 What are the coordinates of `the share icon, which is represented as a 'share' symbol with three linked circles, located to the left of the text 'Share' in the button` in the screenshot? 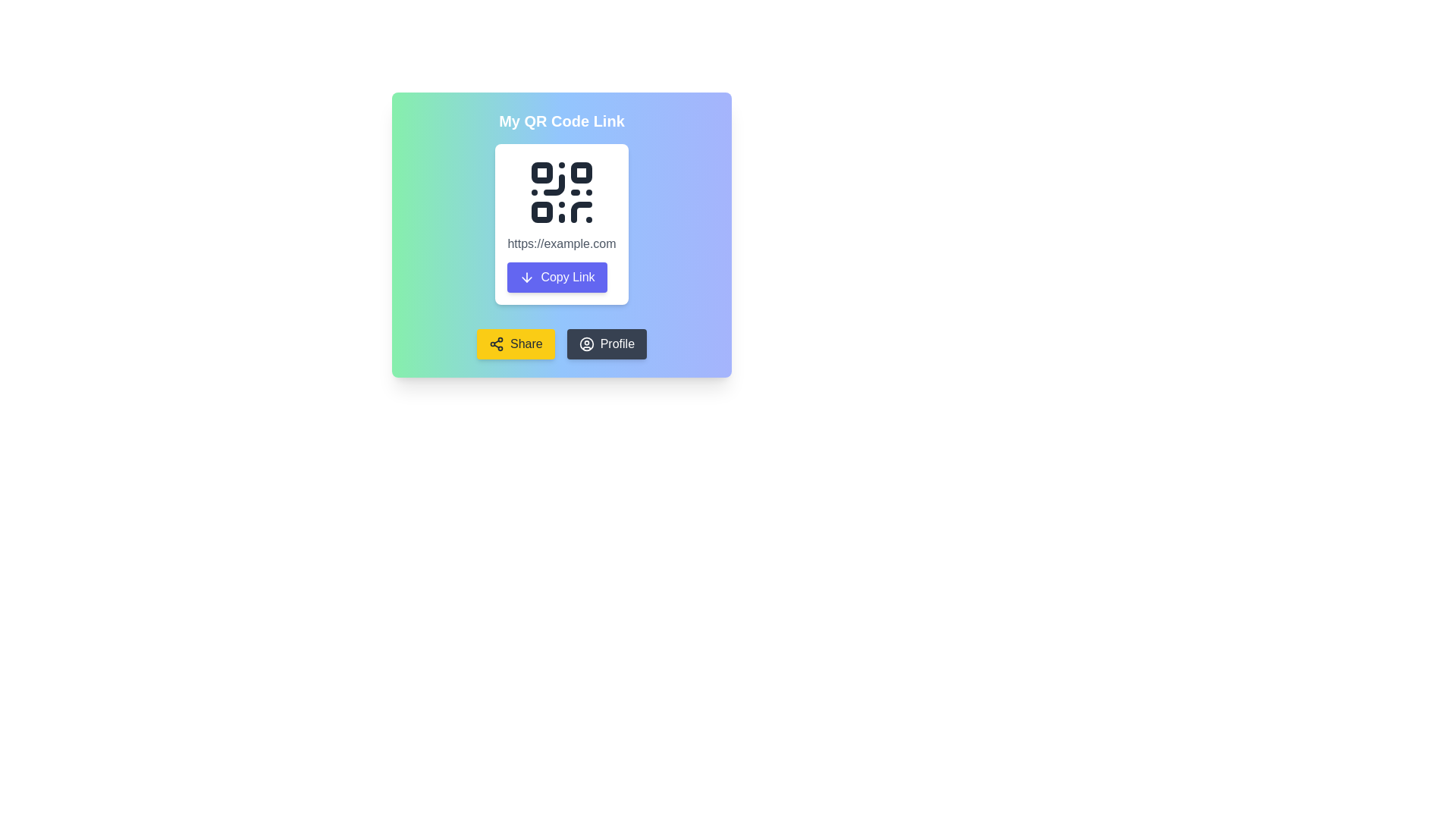 It's located at (496, 344).